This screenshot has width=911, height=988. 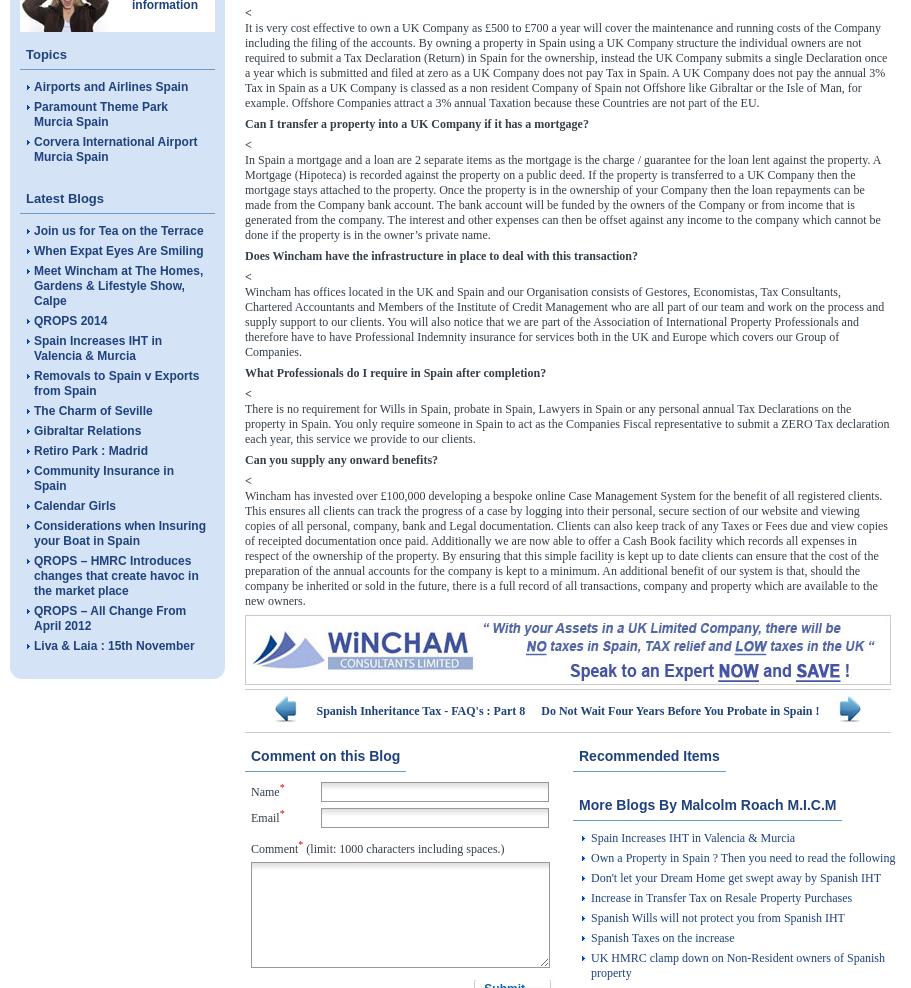 I want to click on '(limit: 1000 characters including spaces.)', so click(x=402, y=848).